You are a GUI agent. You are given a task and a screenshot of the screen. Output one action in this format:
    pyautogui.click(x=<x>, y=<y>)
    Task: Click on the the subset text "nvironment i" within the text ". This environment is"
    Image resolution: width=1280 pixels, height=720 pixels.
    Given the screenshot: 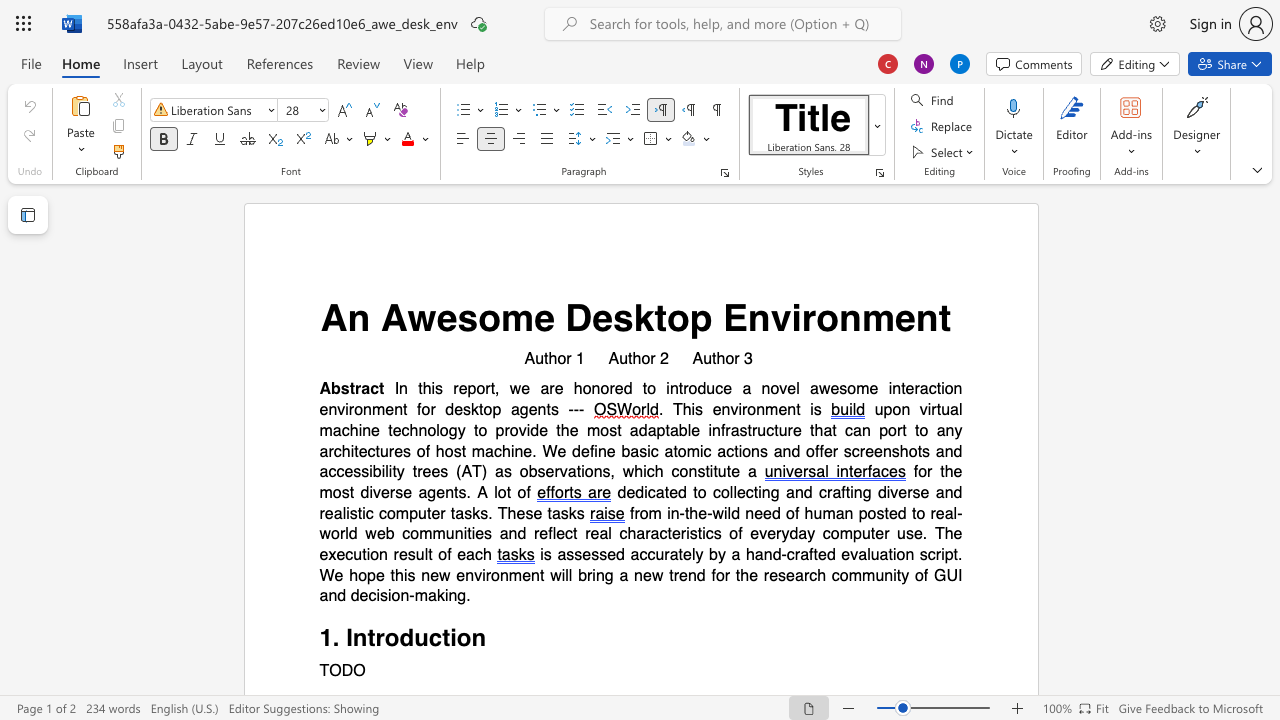 What is the action you would take?
    pyautogui.click(x=720, y=409)
    